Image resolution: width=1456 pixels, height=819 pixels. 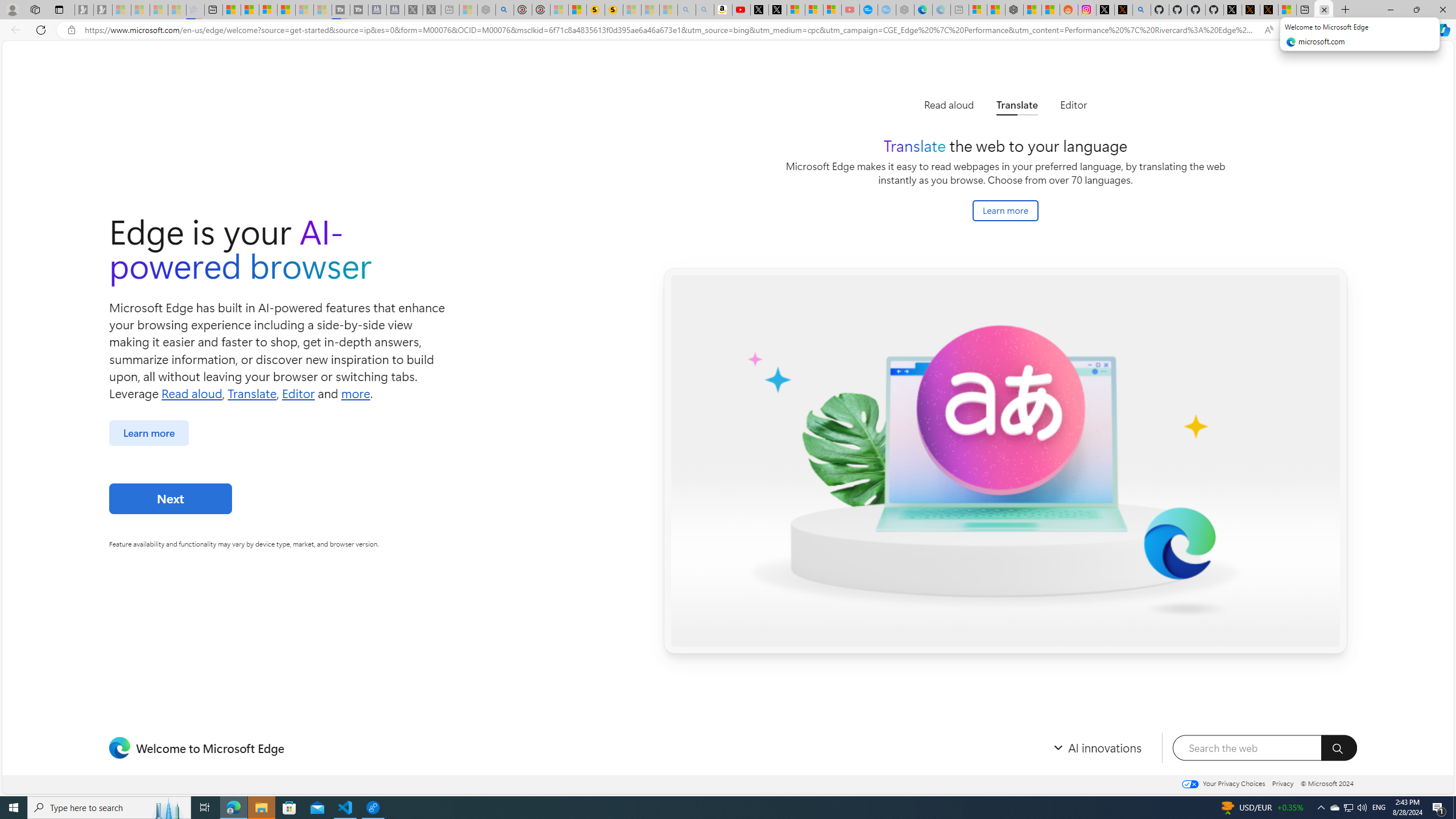 What do you see at coordinates (1268, 9) in the screenshot?
I see `'X Privacy Policy'` at bounding box center [1268, 9].